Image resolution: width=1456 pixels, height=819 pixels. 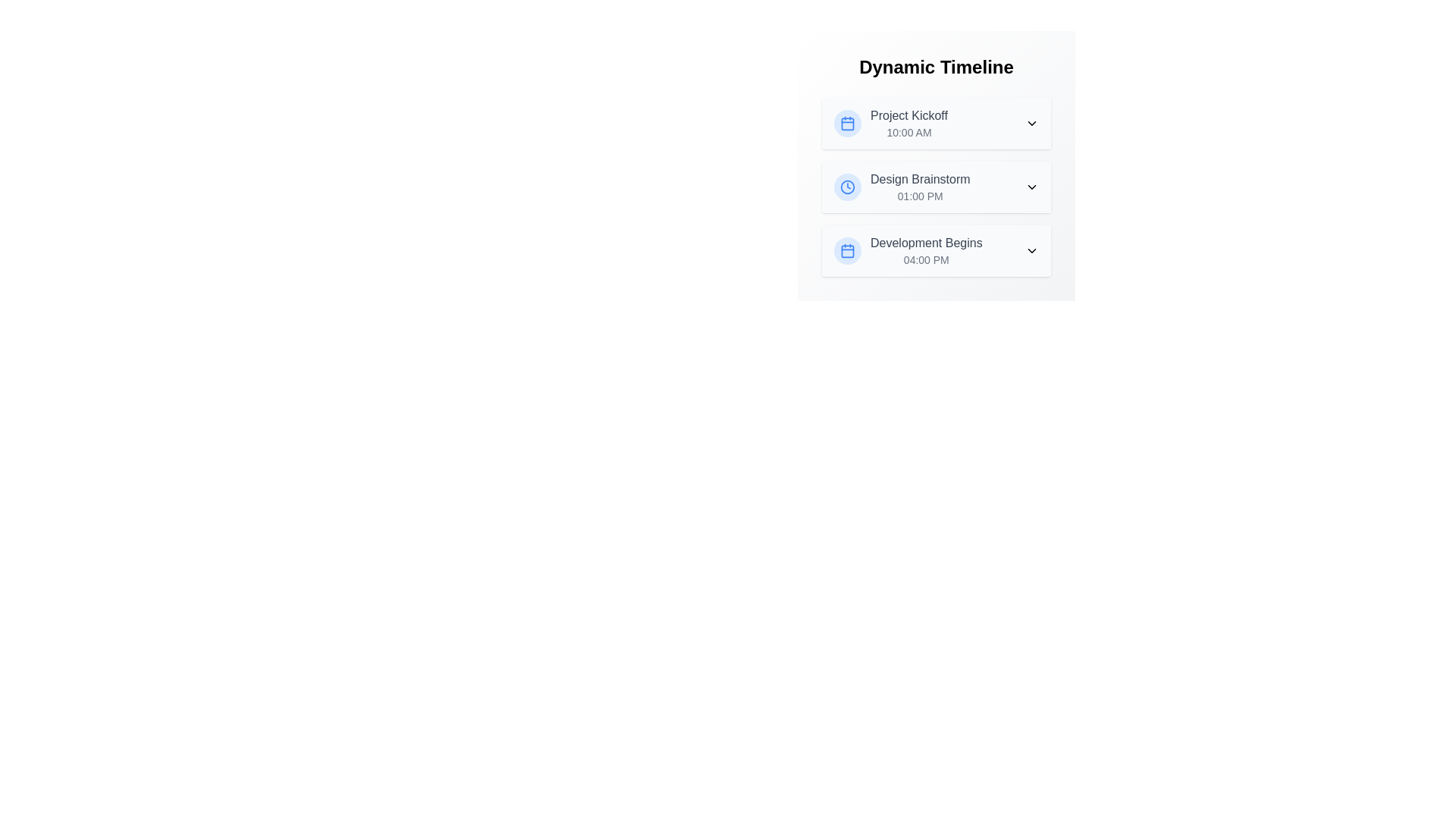 I want to click on the circular icon with a light blue background and a clock symbol, located to the left of 'Design Brainstorm' and '01:00 PM' in the timeline list, so click(x=847, y=186).